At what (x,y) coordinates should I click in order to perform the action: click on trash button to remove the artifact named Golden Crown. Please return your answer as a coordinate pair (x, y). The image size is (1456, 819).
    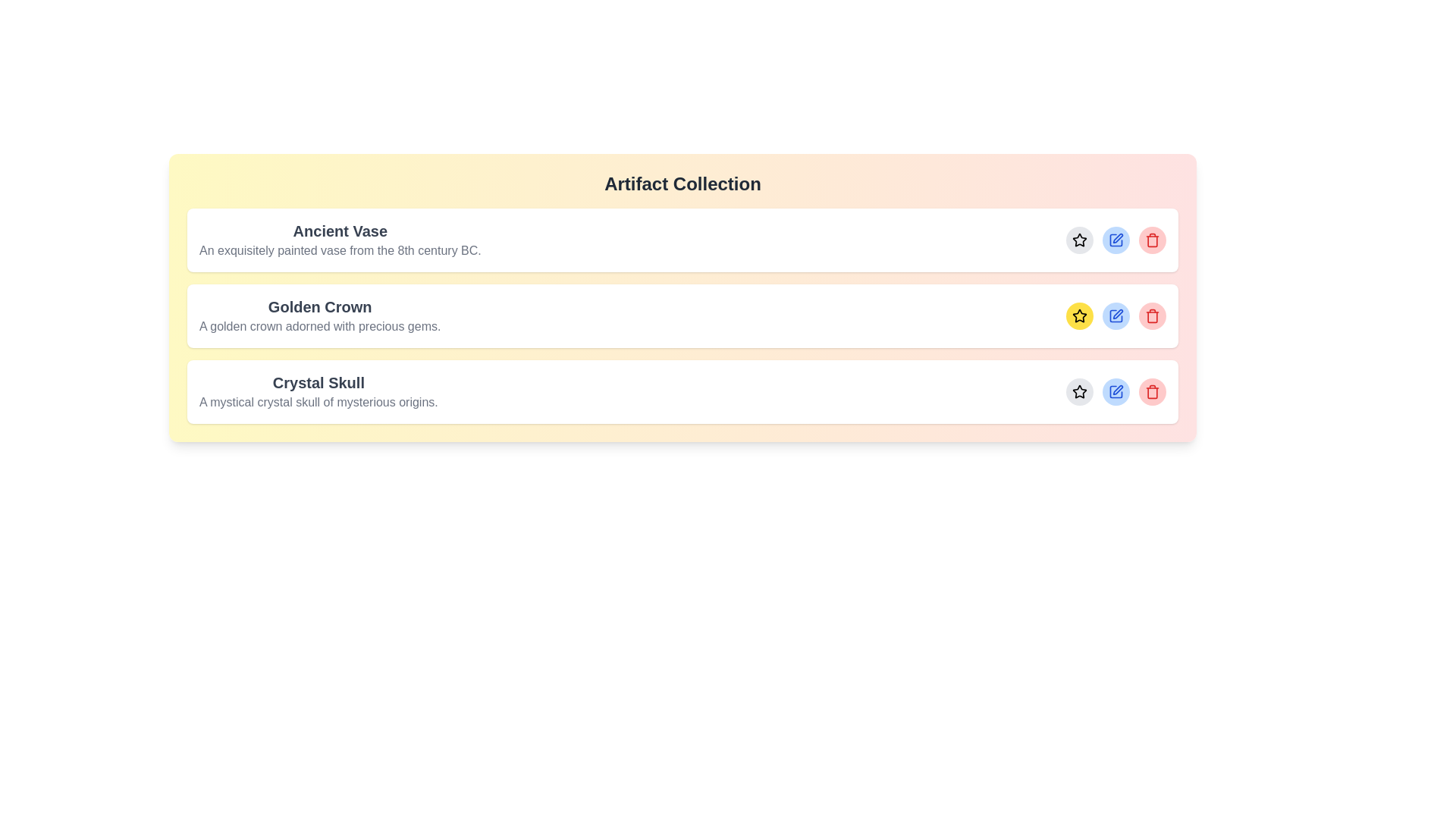
    Looking at the image, I should click on (1153, 315).